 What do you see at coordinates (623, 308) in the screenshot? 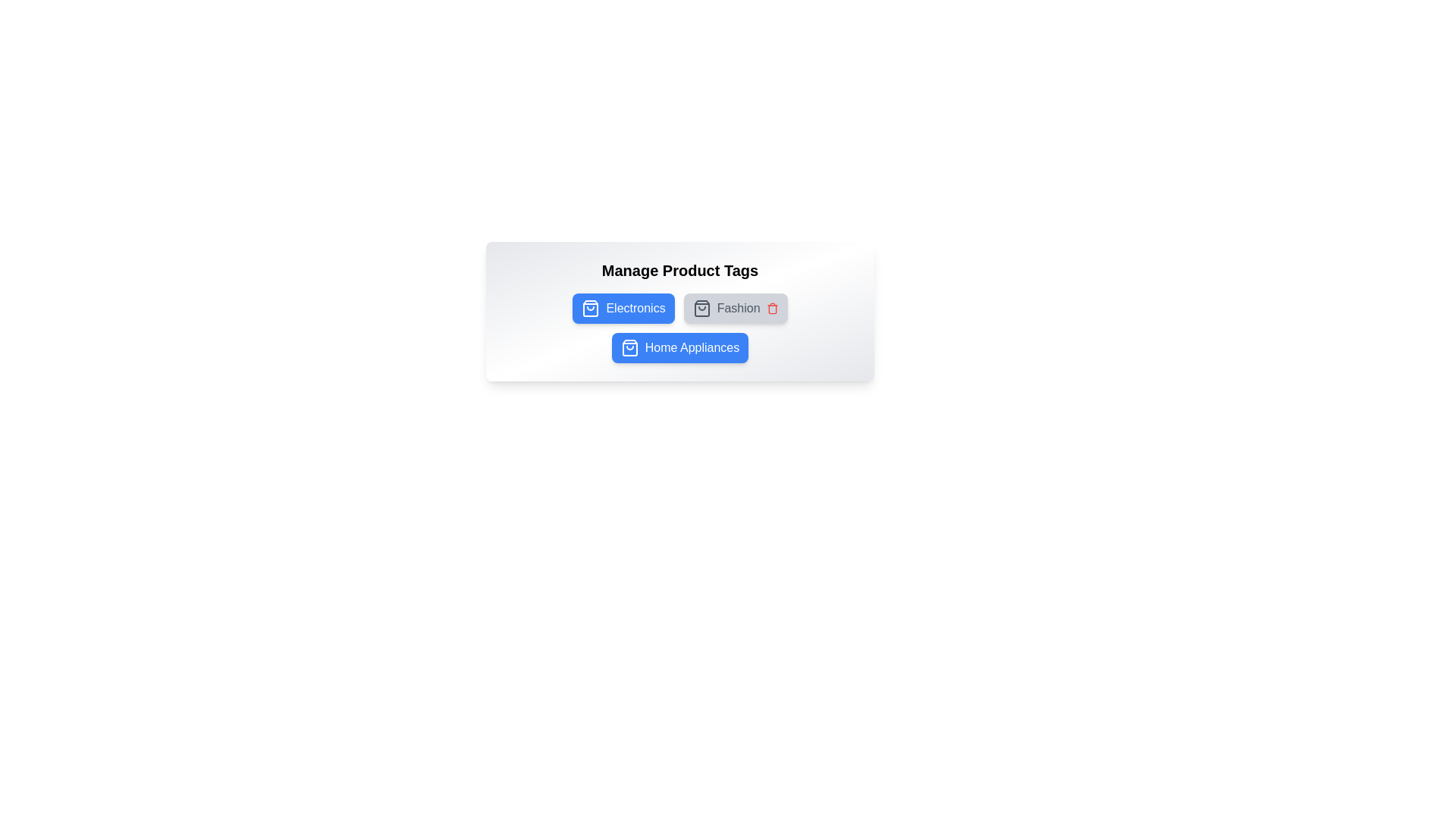
I see `the tag Electronics` at bounding box center [623, 308].